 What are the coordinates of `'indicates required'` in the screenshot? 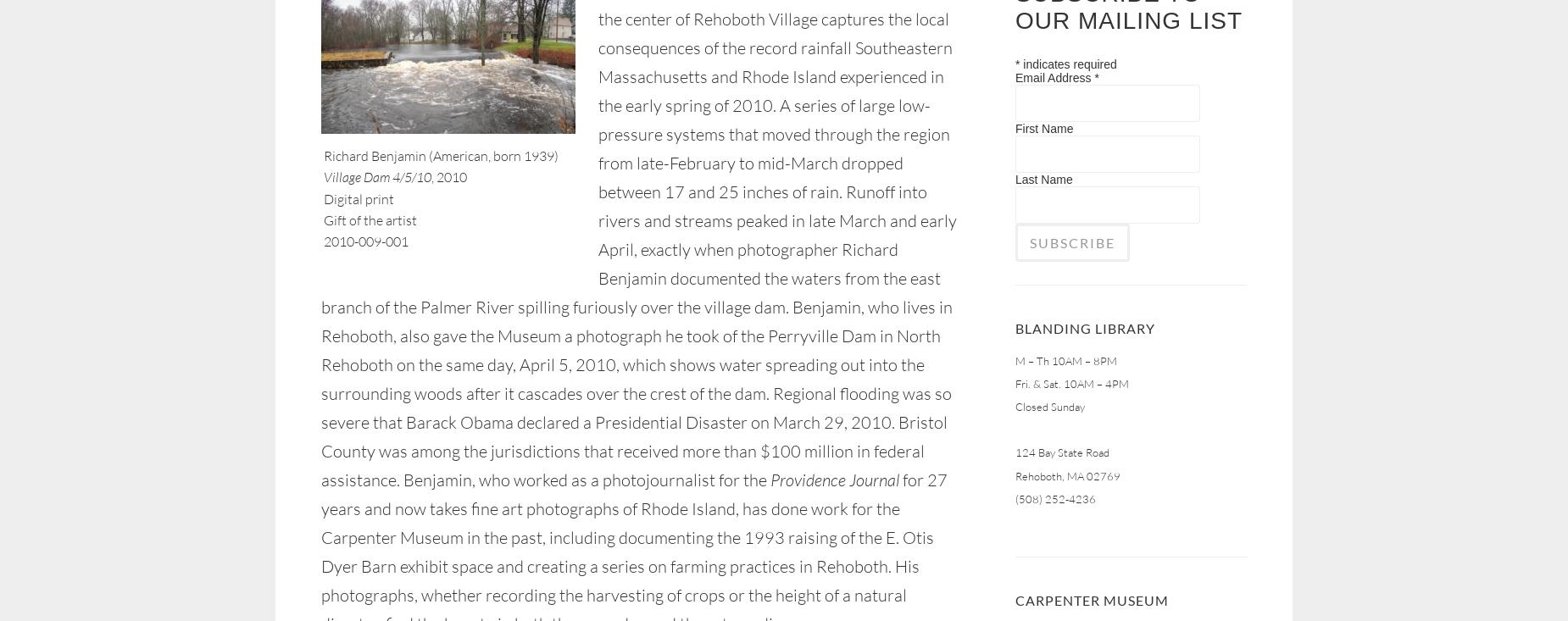 It's located at (1067, 63).